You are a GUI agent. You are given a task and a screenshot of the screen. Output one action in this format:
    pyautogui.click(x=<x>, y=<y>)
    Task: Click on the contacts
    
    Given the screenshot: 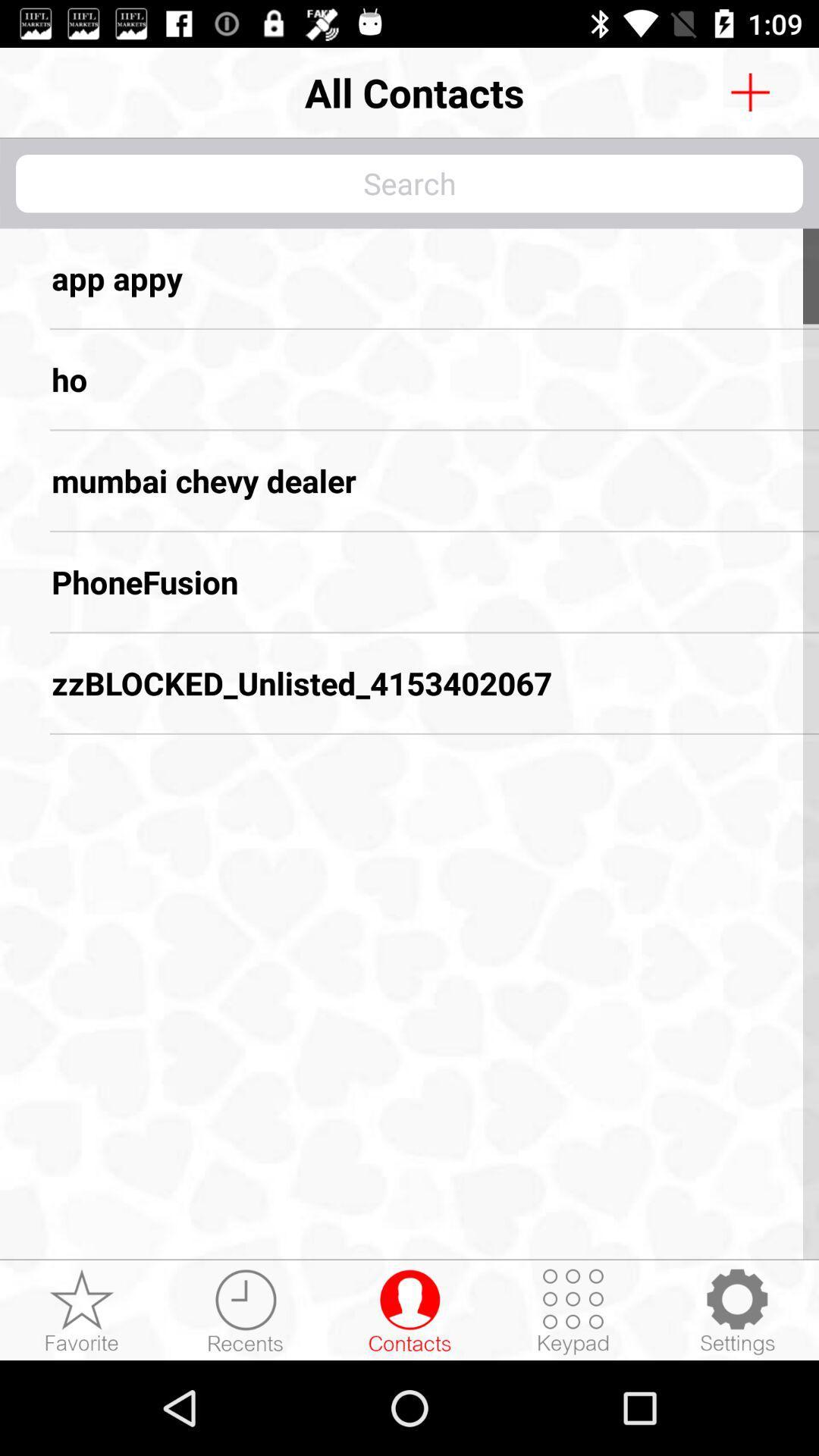 What is the action you would take?
    pyautogui.click(x=749, y=91)
    